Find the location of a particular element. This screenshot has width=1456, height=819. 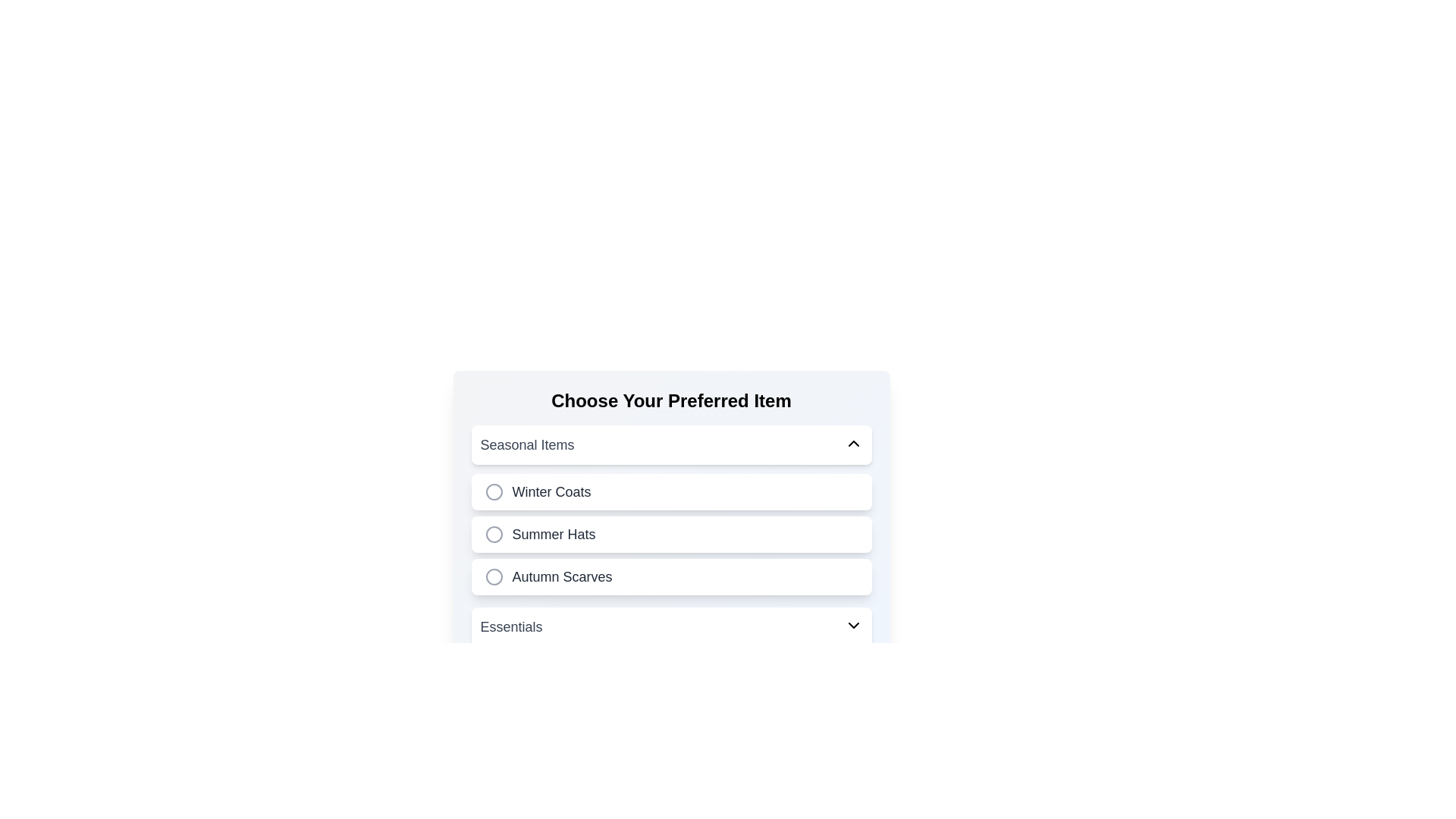

the unselected radio button with a gray border to the left of the text 'Autumn Scarves' in the 'Choose Your Preferred Item' dropdown menu is located at coordinates (494, 576).